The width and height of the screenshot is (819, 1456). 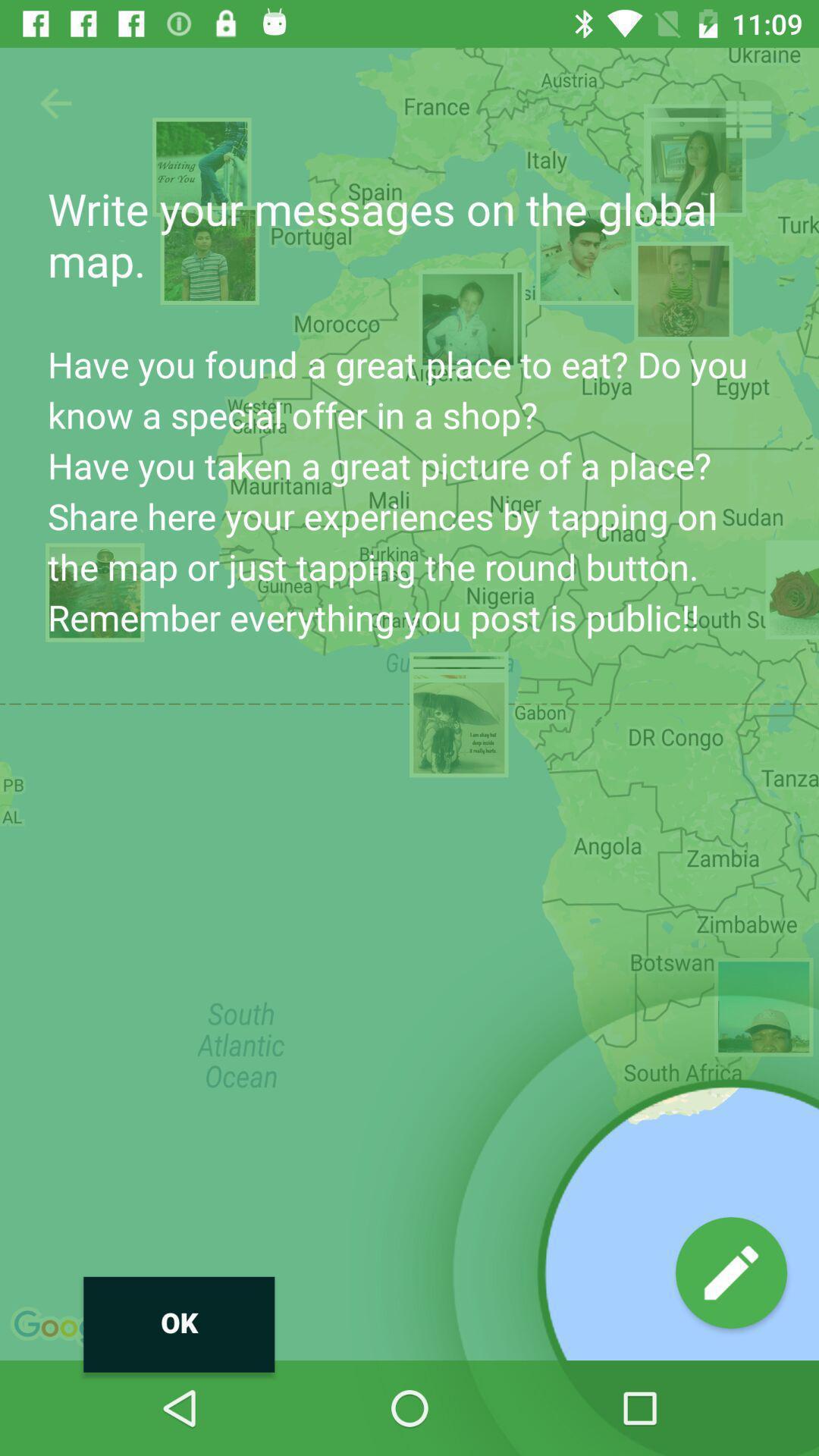 I want to click on the icon at the bottom right corner, so click(x=730, y=1272).